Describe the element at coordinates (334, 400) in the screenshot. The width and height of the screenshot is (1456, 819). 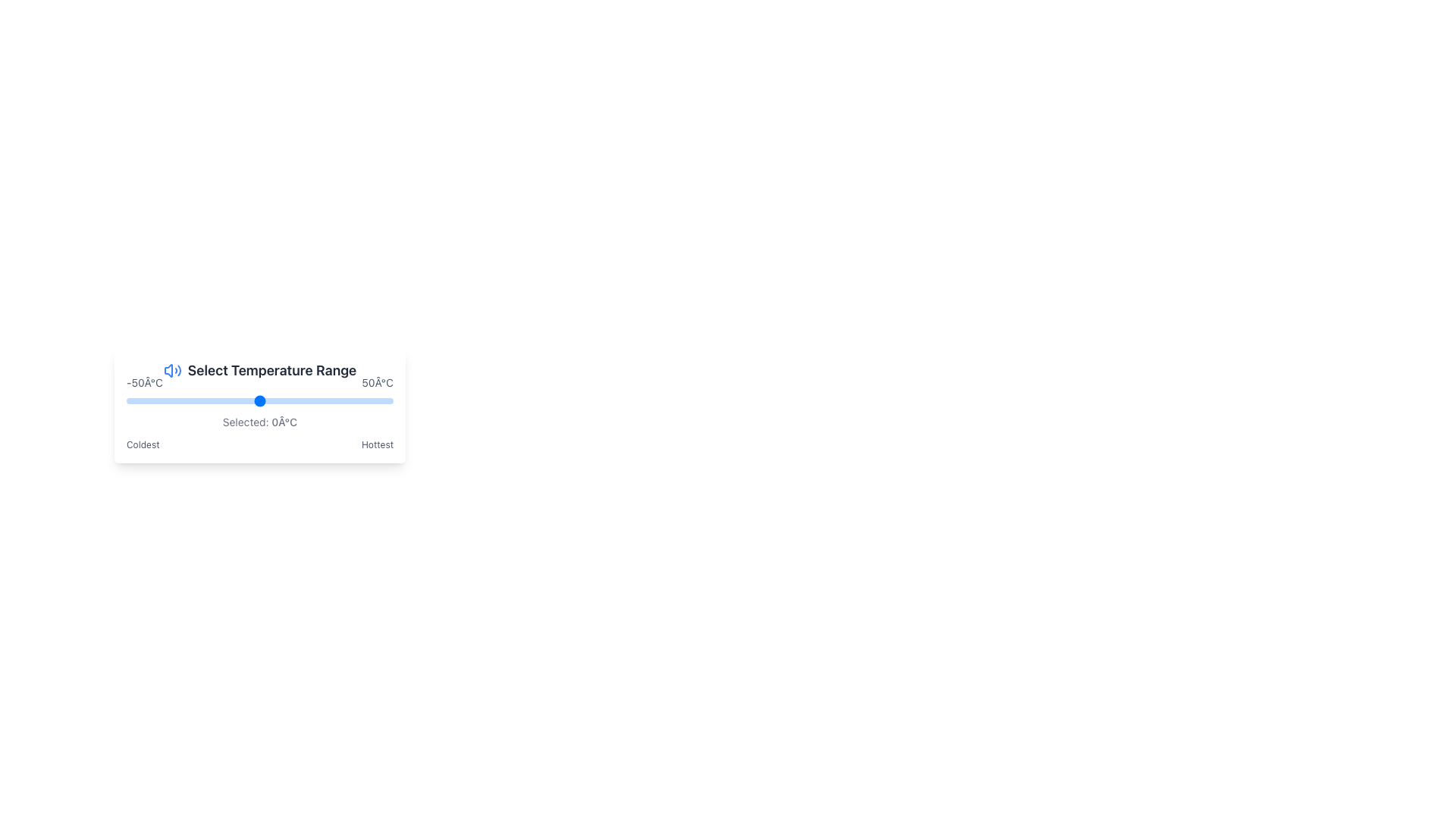
I see `the temperature slider` at that location.